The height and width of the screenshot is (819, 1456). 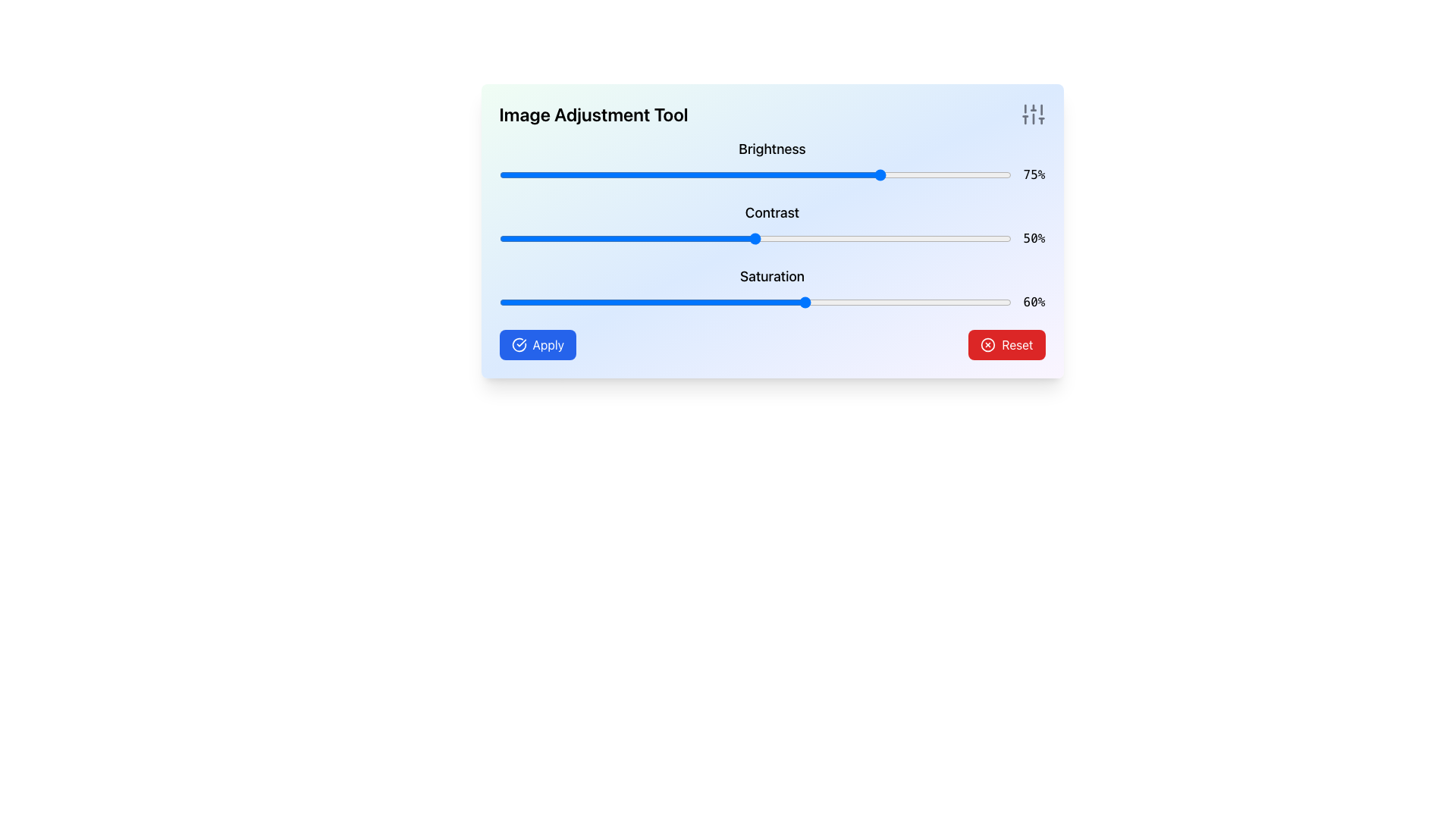 What do you see at coordinates (755, 174) in the screenshot?
I see `the horizontal range slider with a gradient background to set a specific value, located near the text 'Brightness' and '75%'` at bounding box center [755, 174].